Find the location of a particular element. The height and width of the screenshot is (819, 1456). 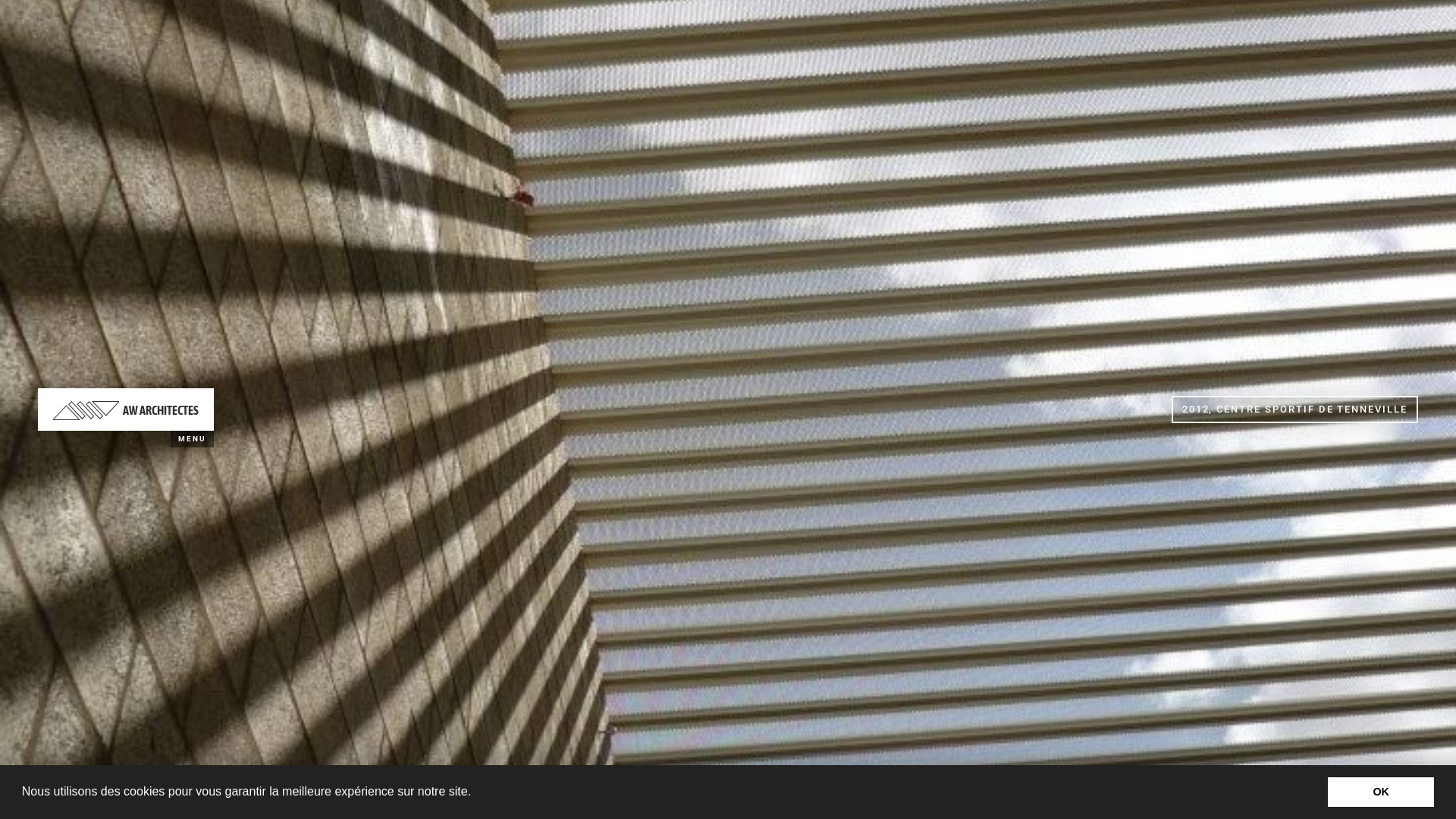

'AW ARCHITECTES' is located at coordinates (126, 409).